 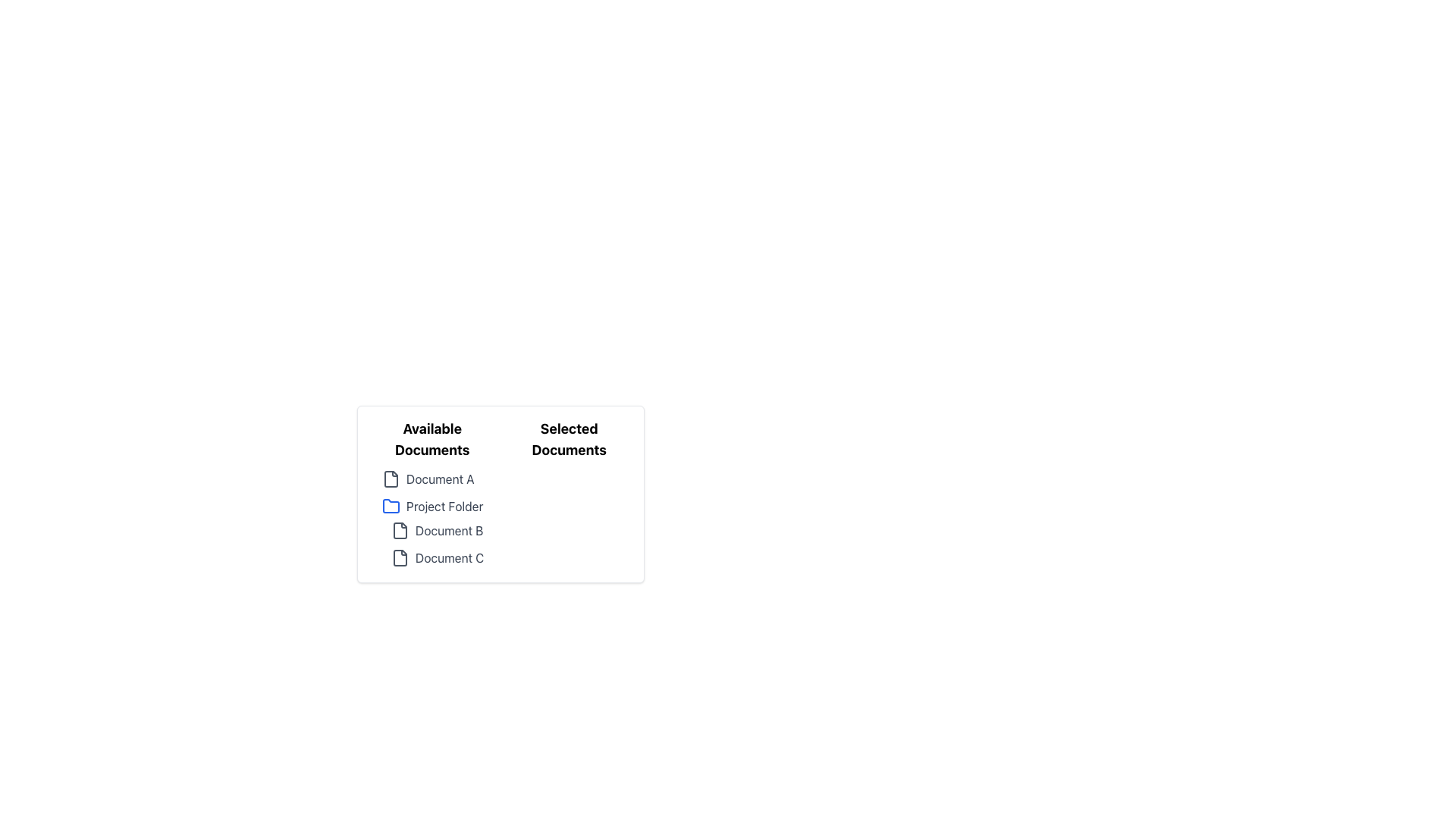 What do you see at coordinates (448, 529) in the screenshot?
I see `the text label that represents 'Document B' in the 'Available Documents' section` at bounding box center [448, 529].